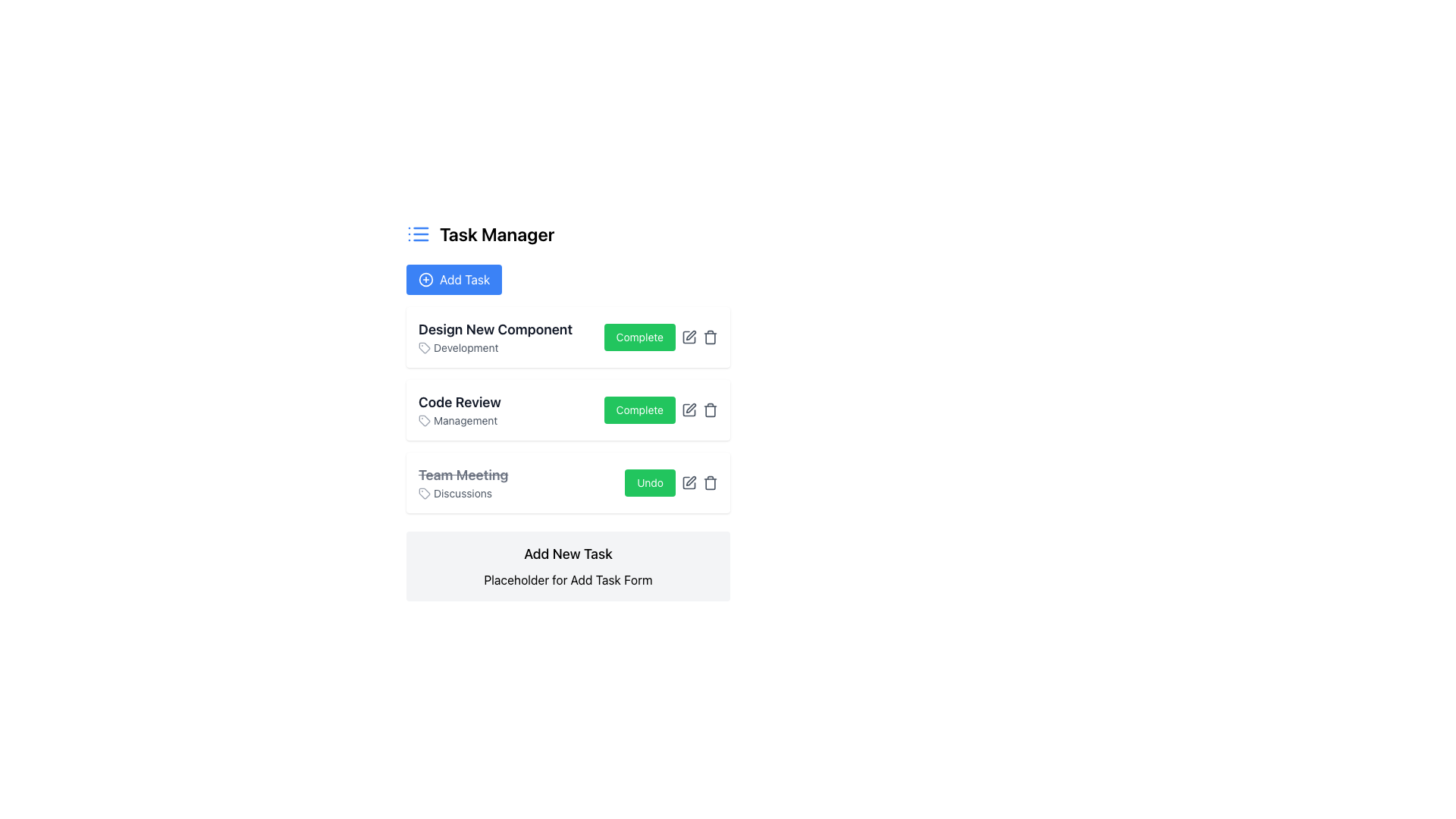 The height and width of the screenshot is (819, 1456). Describe the element at coordinates (688, 482) in the screenshot. I see `the editing button for the 'Team Meeting' task, located to the right of the 'Undo' button in the Task Manager` at that location.